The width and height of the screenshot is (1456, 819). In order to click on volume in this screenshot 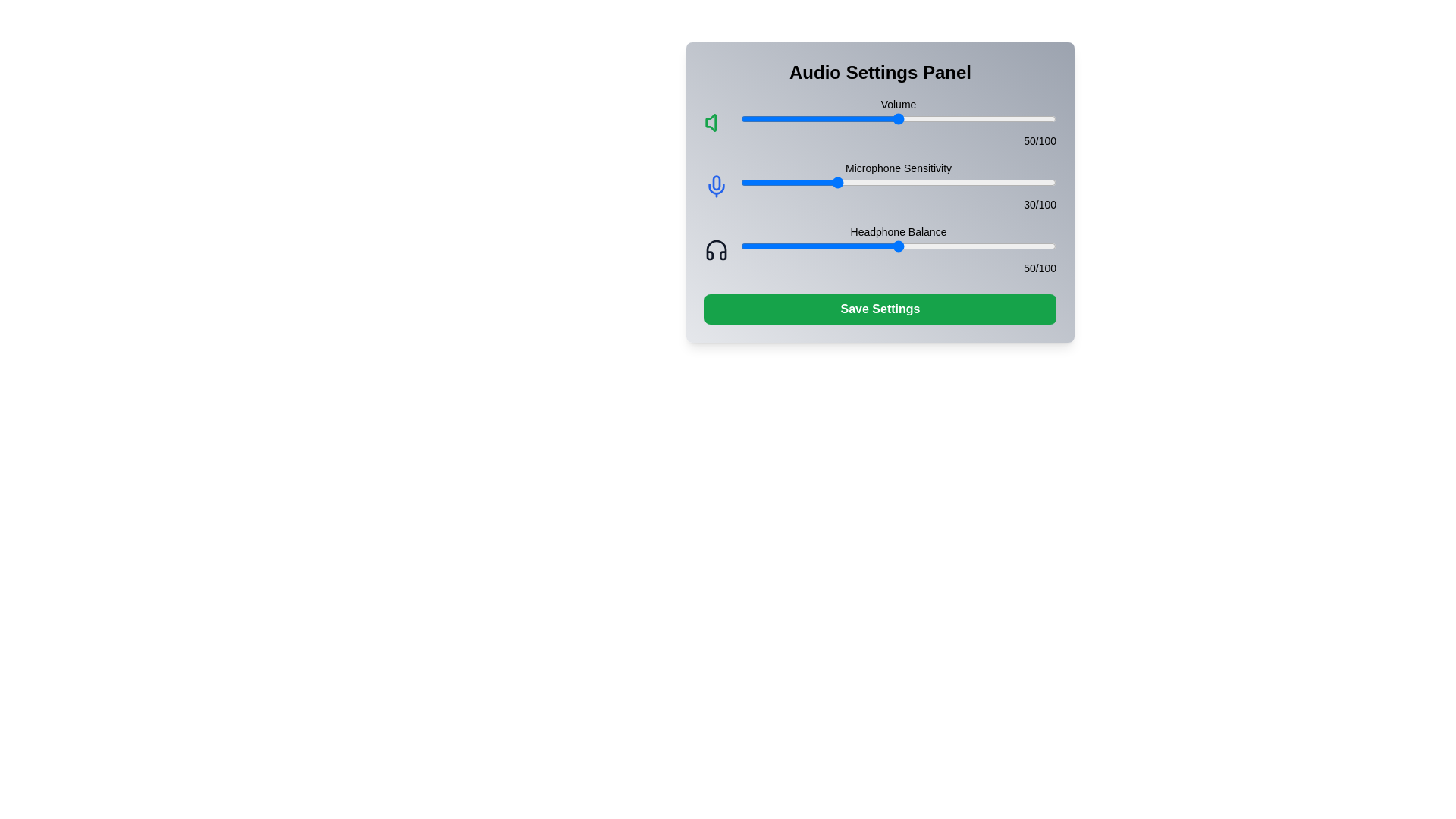, I will do `click(981, 118)`.